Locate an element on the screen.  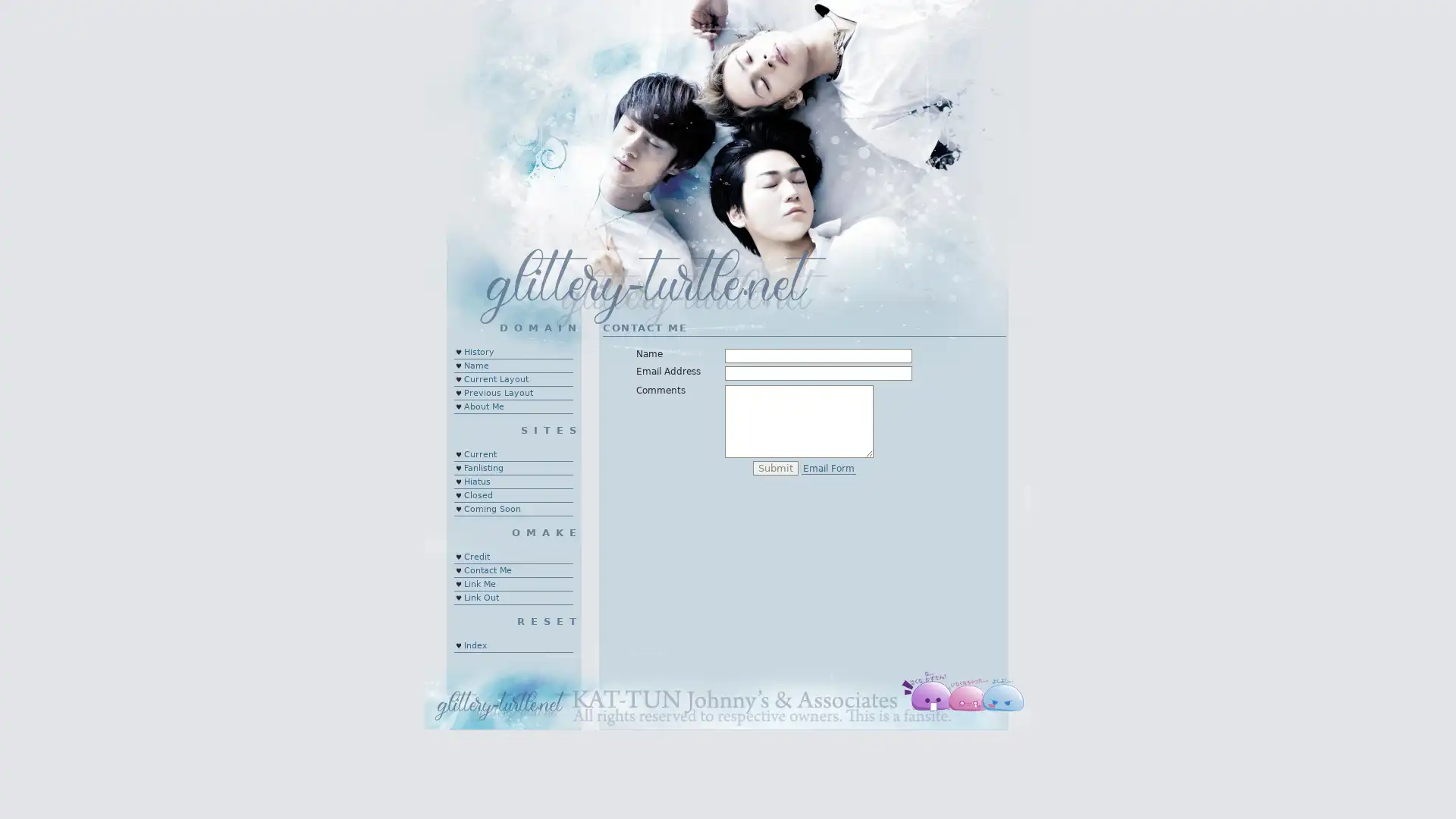
Submit is located at coordinates (775, 467).